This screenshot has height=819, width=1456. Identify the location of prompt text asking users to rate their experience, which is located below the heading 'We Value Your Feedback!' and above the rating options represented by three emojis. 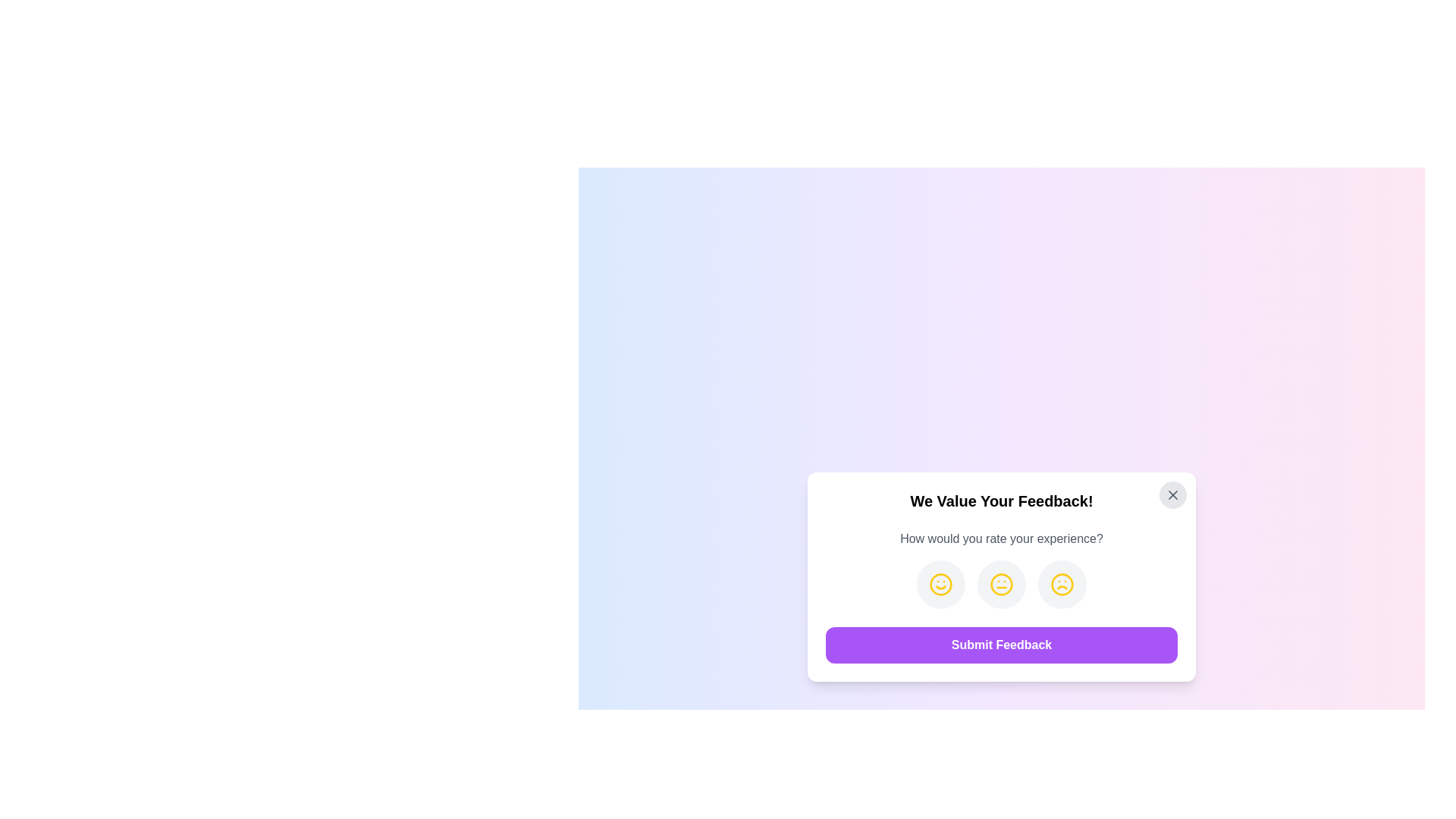
(1001, 538).